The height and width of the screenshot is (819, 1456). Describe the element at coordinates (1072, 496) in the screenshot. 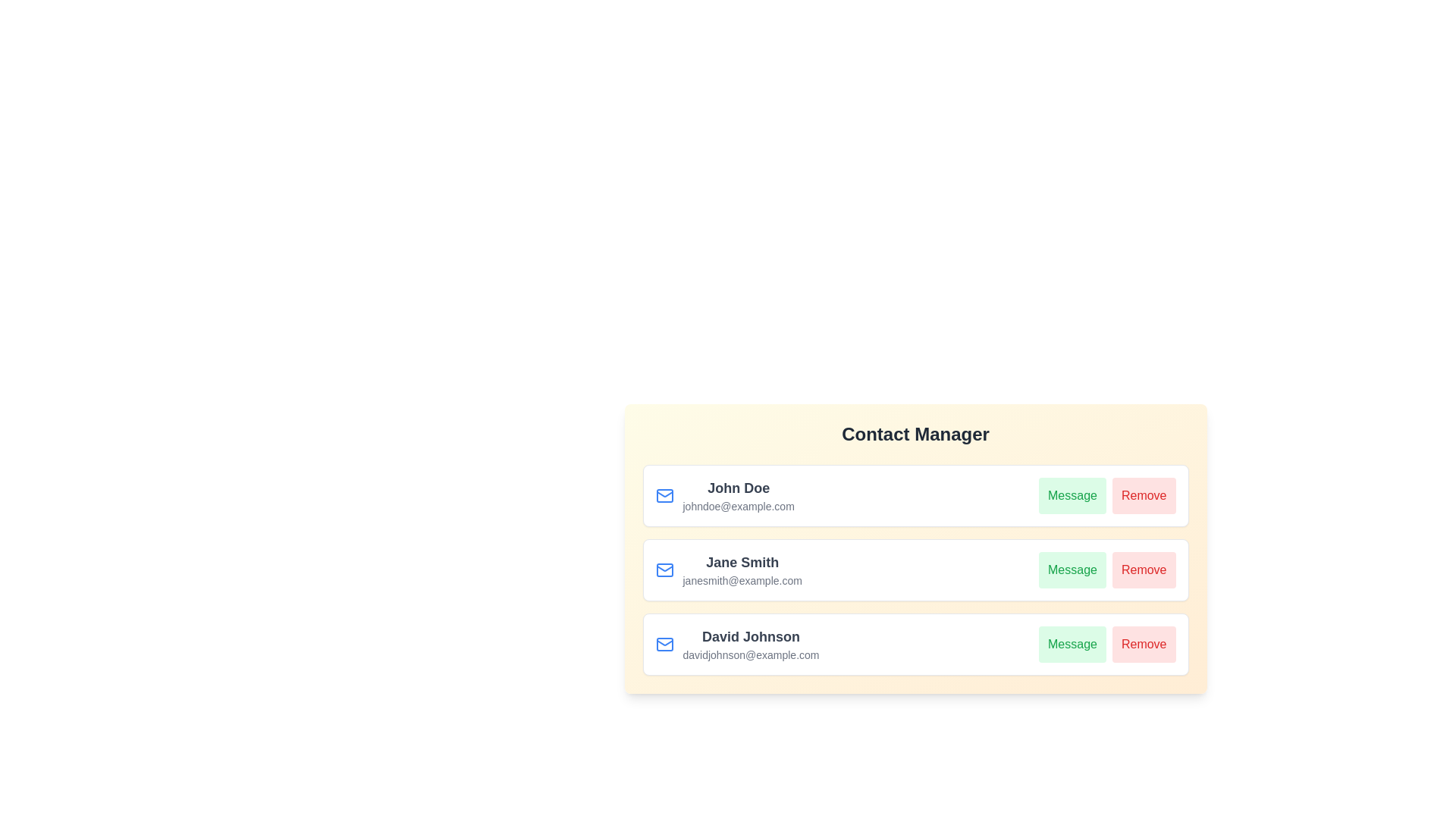

I see `Message button for the contact John Doe` at that location.